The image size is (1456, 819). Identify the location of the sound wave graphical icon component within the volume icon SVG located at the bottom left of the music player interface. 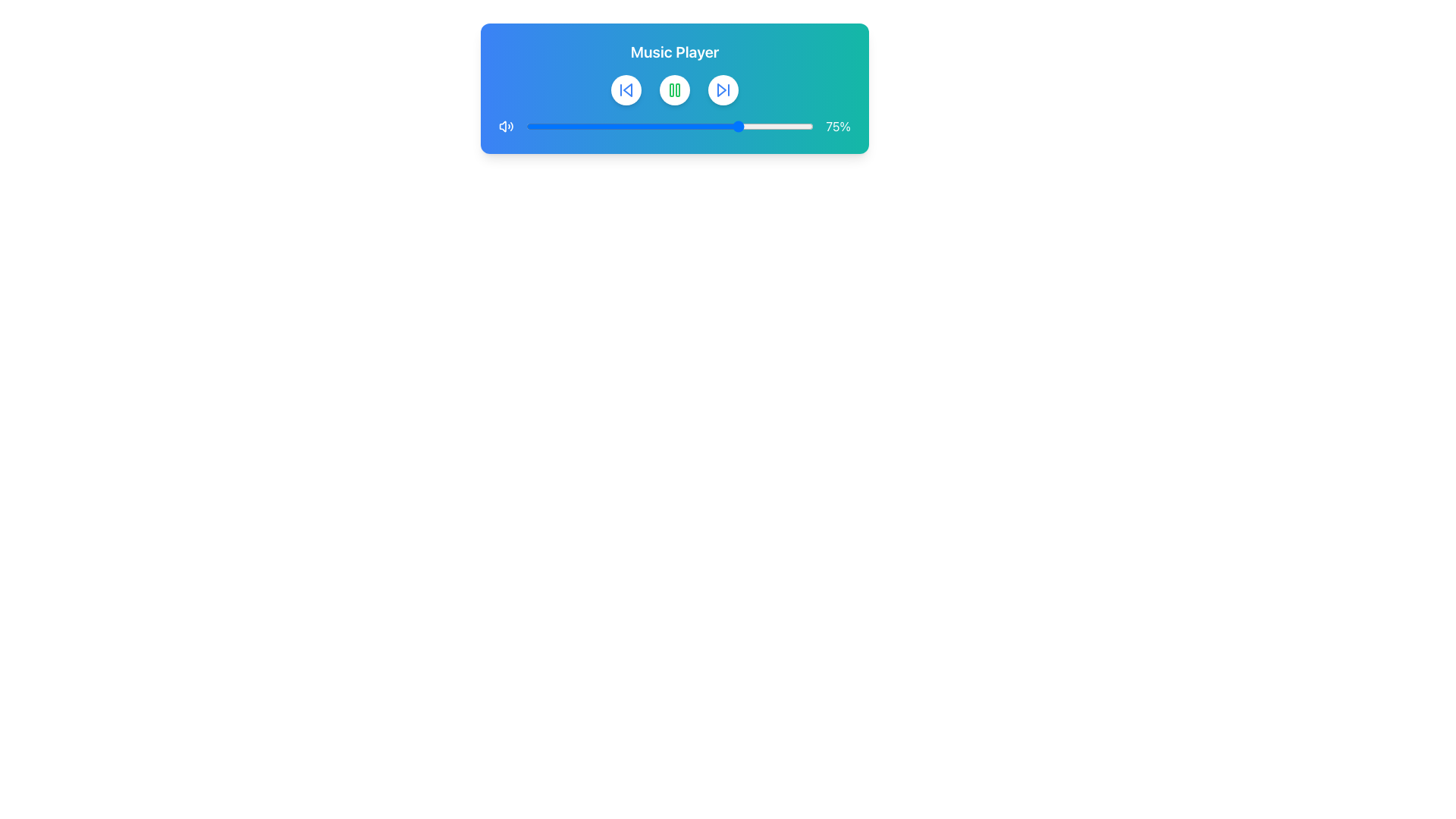
(511, 125).